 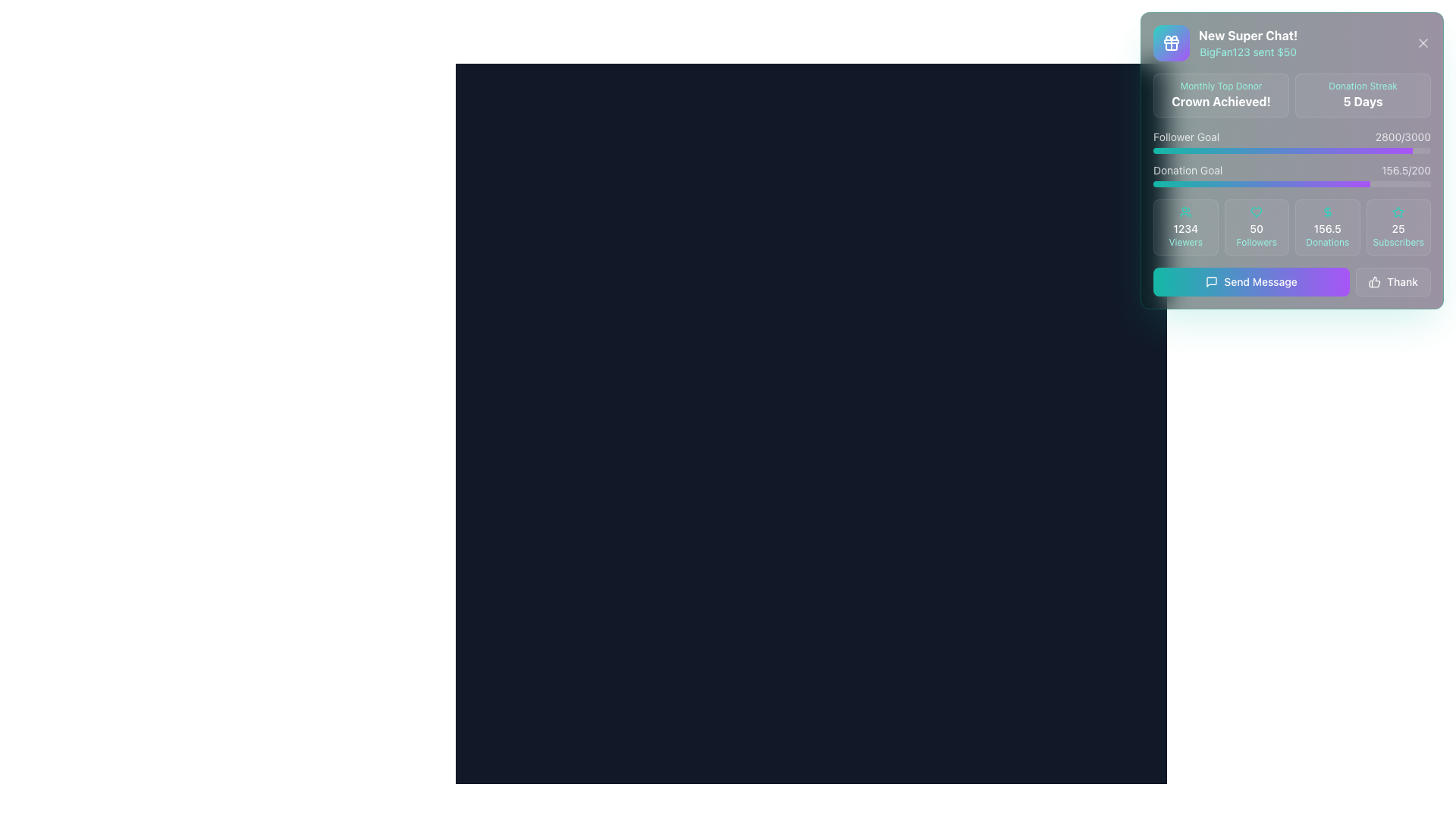 I want to click on the Informational card displaying the number '1234' and the word 'Viewers', which is the first card in a grid layout, so click(x=1185, y=227).